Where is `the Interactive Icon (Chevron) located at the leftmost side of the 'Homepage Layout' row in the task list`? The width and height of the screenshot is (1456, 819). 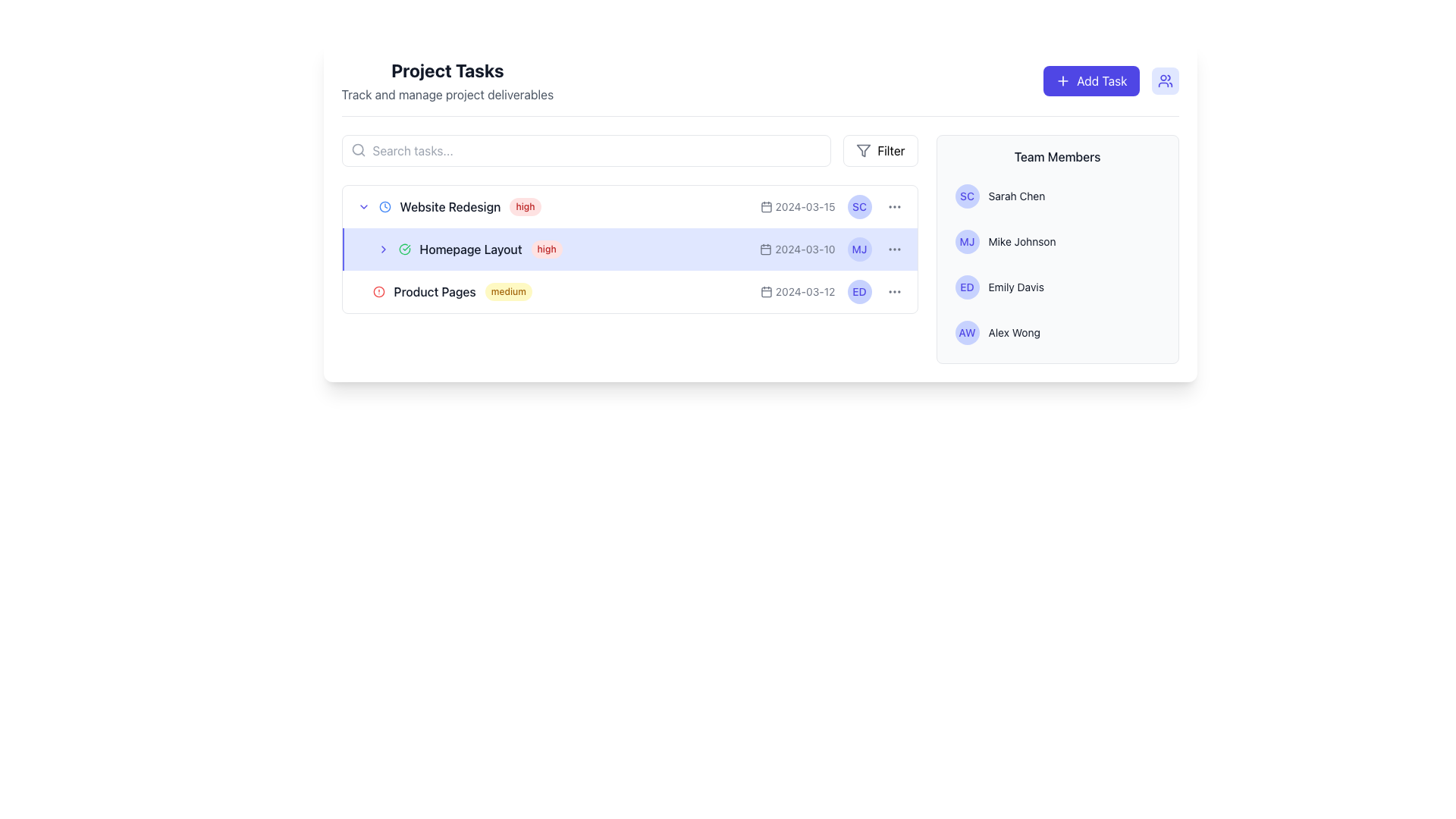
the Interactive Icon (Chevron) located at the leftmost side of the 'Homepage Layout' row in the task list is located at coordinates (383, 248).